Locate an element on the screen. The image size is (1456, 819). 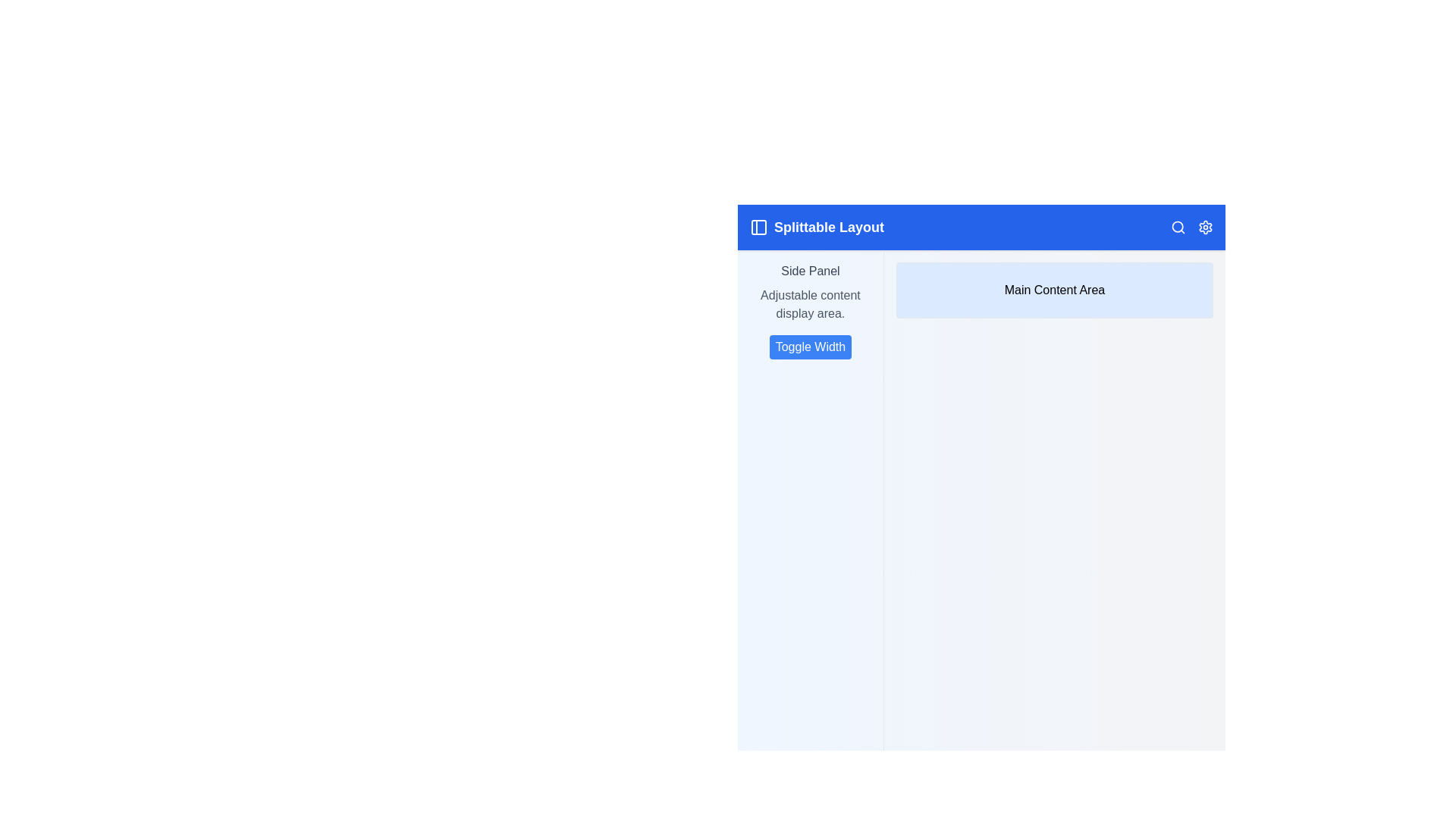
the circular part of the magnifying glass lens located at the top-right corner of the header bar is located at coordinates (1177, 227).